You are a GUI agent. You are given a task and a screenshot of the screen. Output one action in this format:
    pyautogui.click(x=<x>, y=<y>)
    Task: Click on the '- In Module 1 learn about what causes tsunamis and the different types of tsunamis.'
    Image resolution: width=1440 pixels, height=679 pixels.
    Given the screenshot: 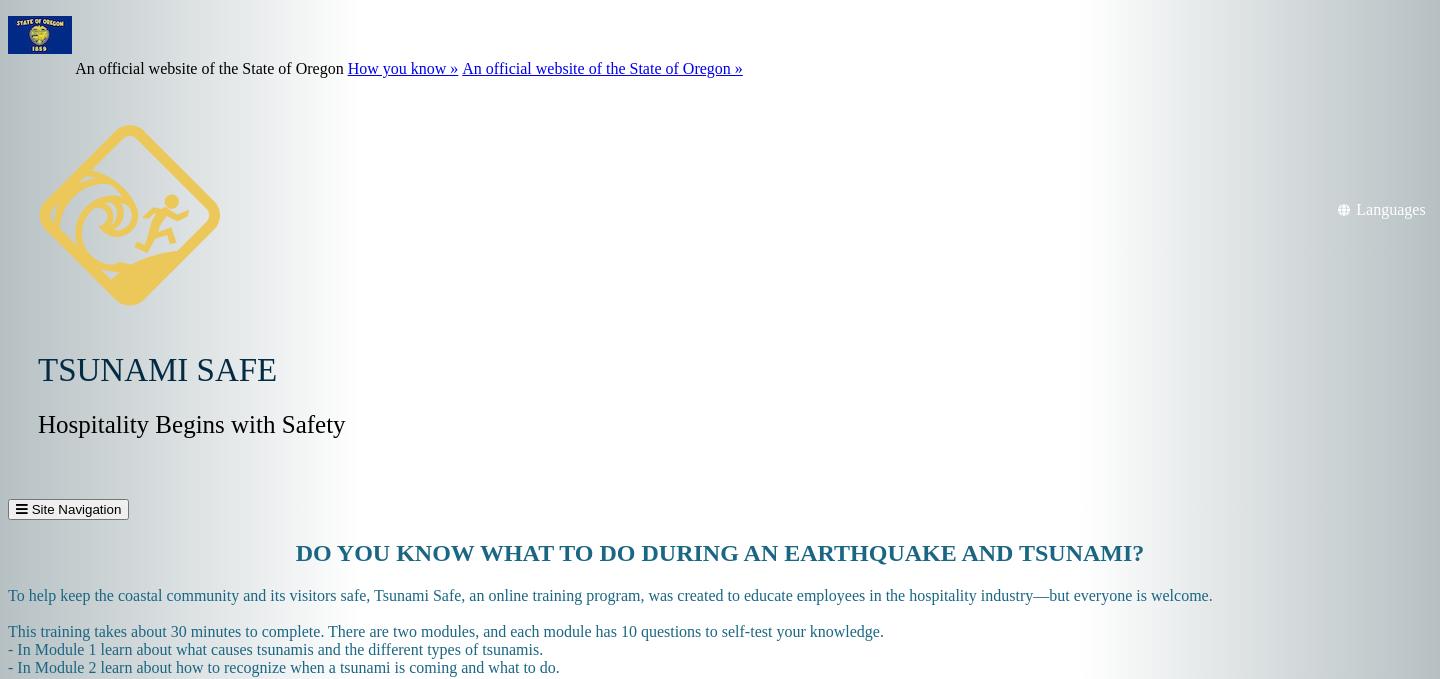 What is the action you would take?
    pyautogui.click(x=7, y=649)
    